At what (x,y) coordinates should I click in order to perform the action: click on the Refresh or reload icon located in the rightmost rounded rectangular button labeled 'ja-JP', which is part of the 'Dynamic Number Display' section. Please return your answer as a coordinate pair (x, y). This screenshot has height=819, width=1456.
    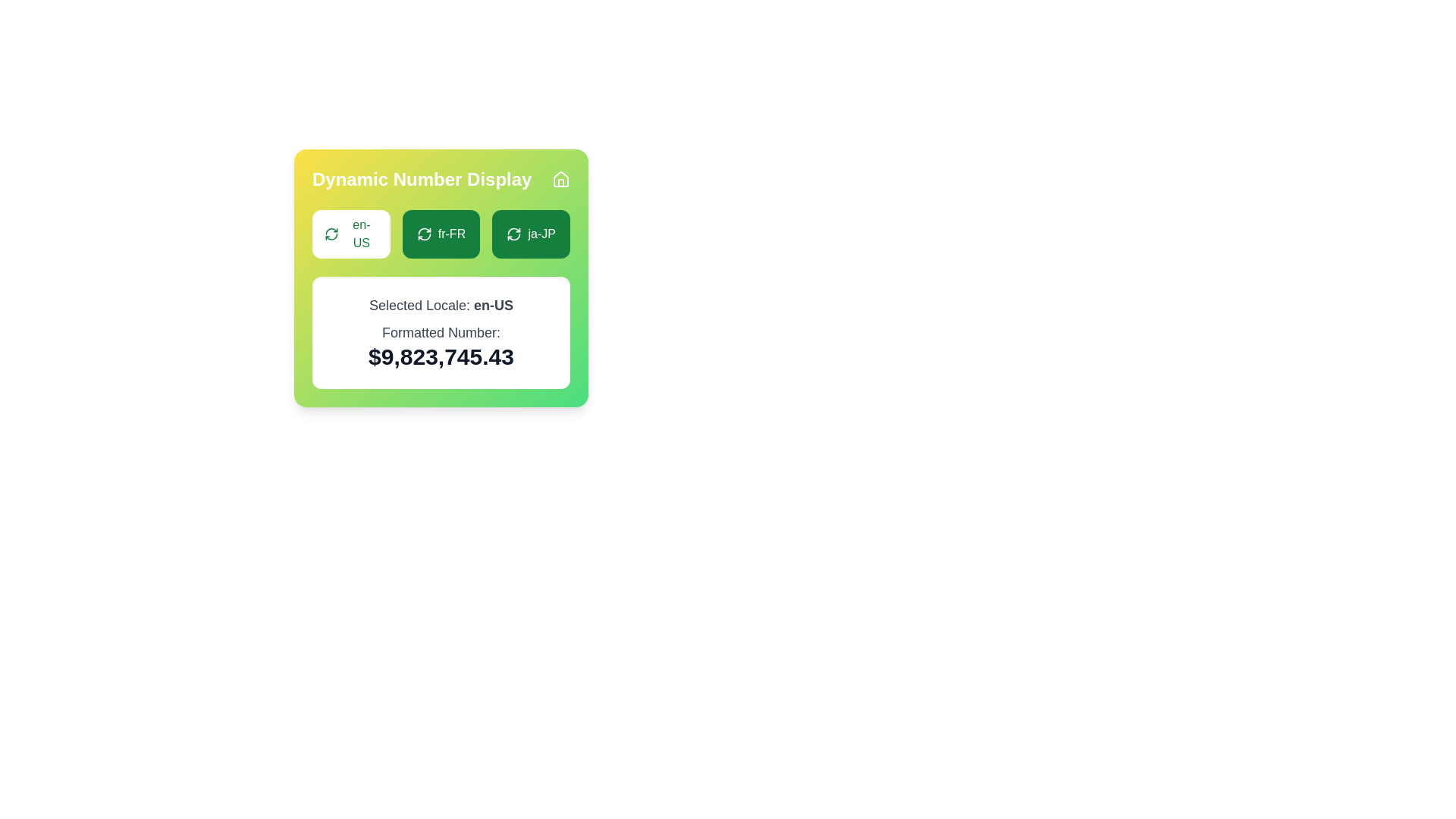
    Looking at the image, I should click on (514, 234).